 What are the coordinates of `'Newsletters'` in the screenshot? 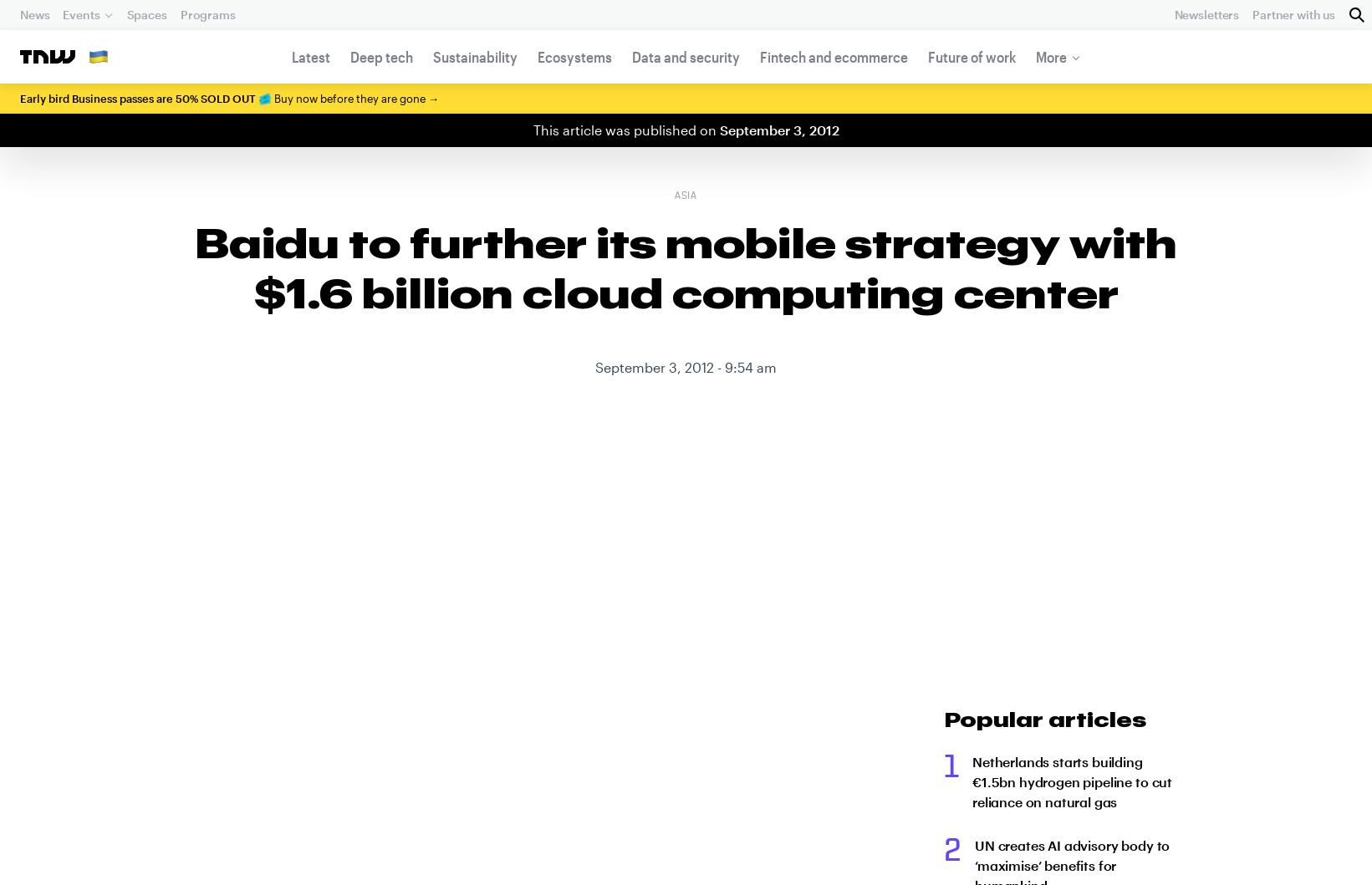 It's located at (1205, 14).